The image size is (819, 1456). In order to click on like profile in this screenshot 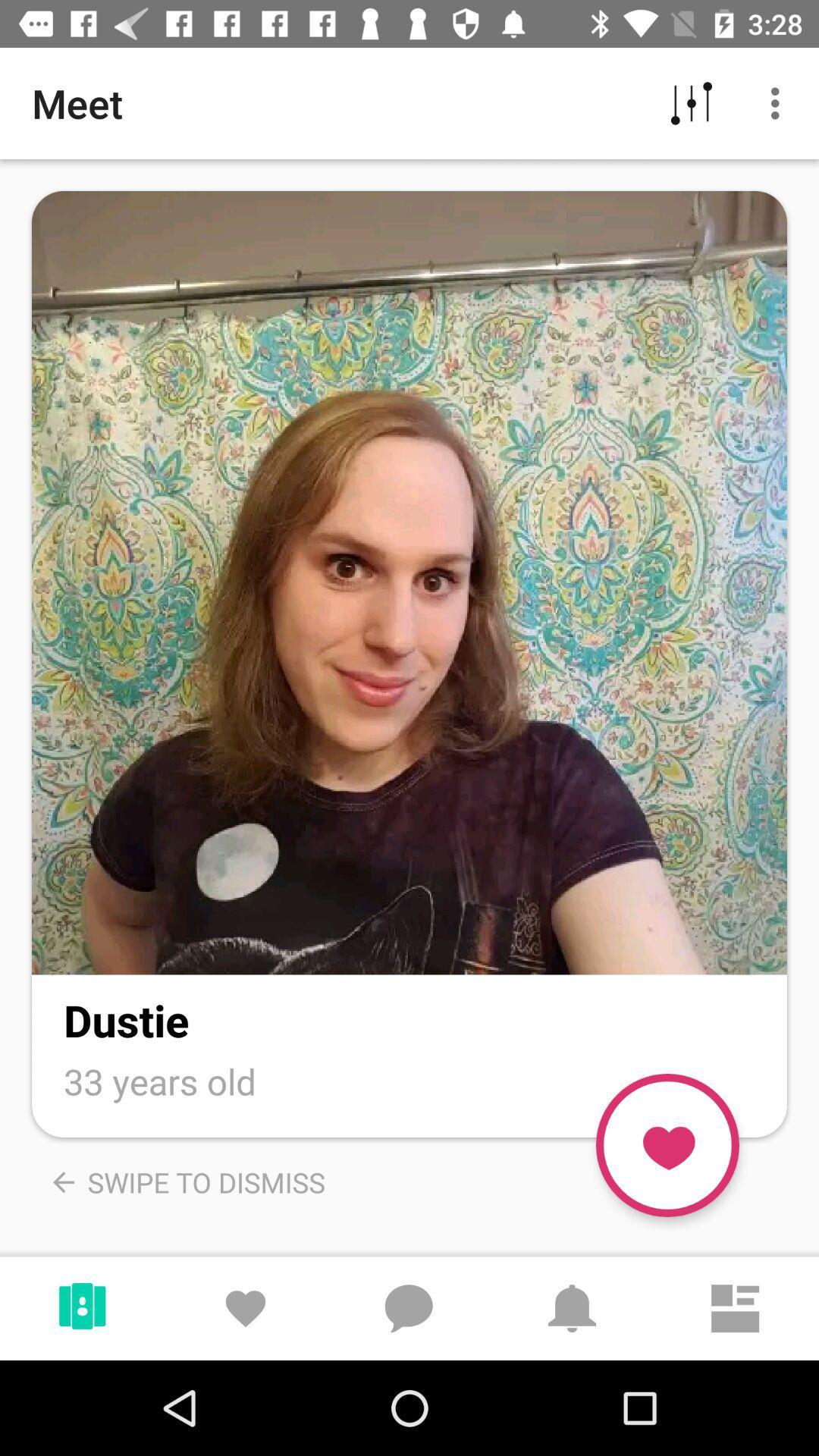, I will do `click(667, 1145)`.